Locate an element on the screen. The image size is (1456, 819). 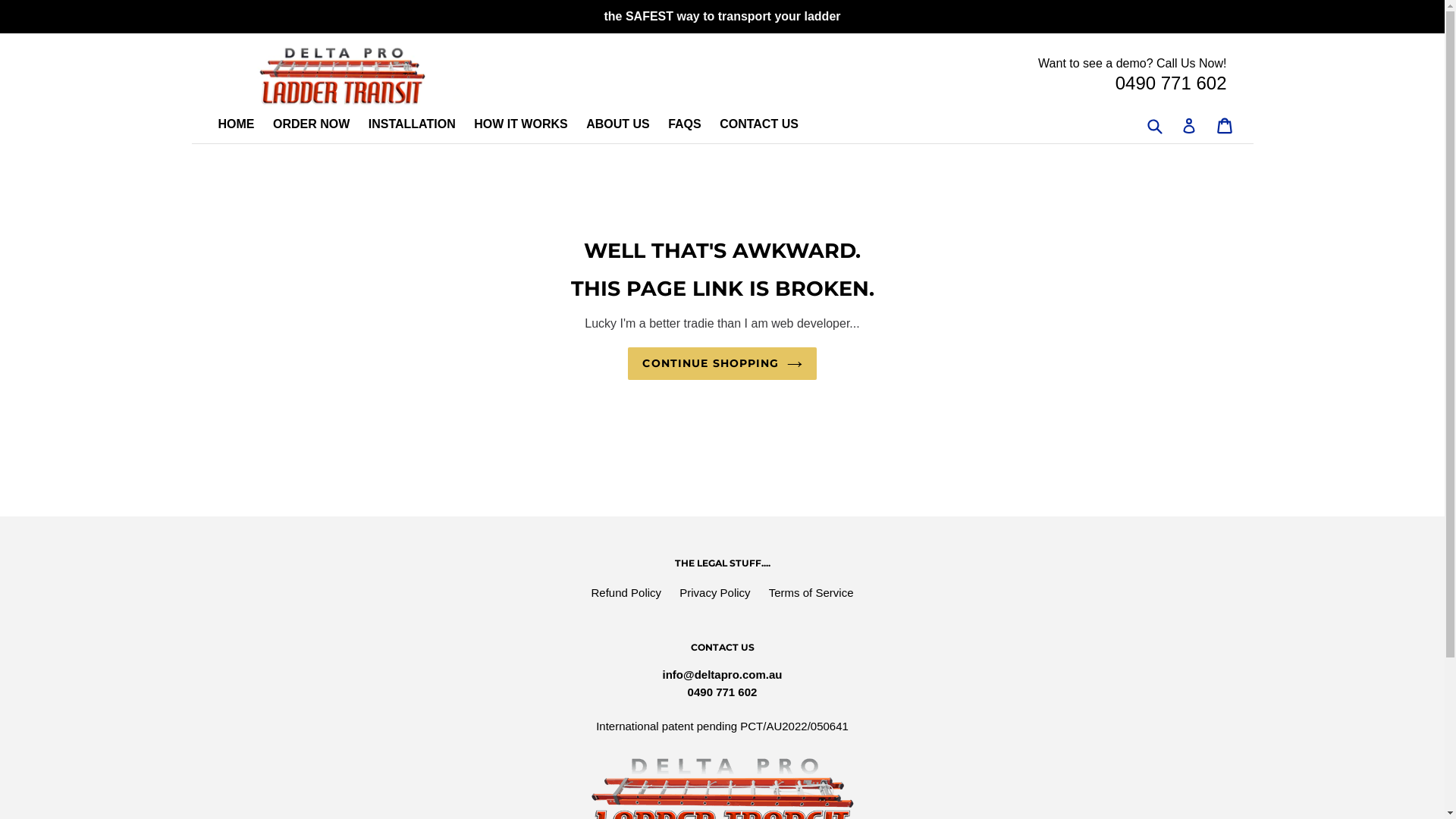
'ABOUT US' is located at coordinates (626, 124).